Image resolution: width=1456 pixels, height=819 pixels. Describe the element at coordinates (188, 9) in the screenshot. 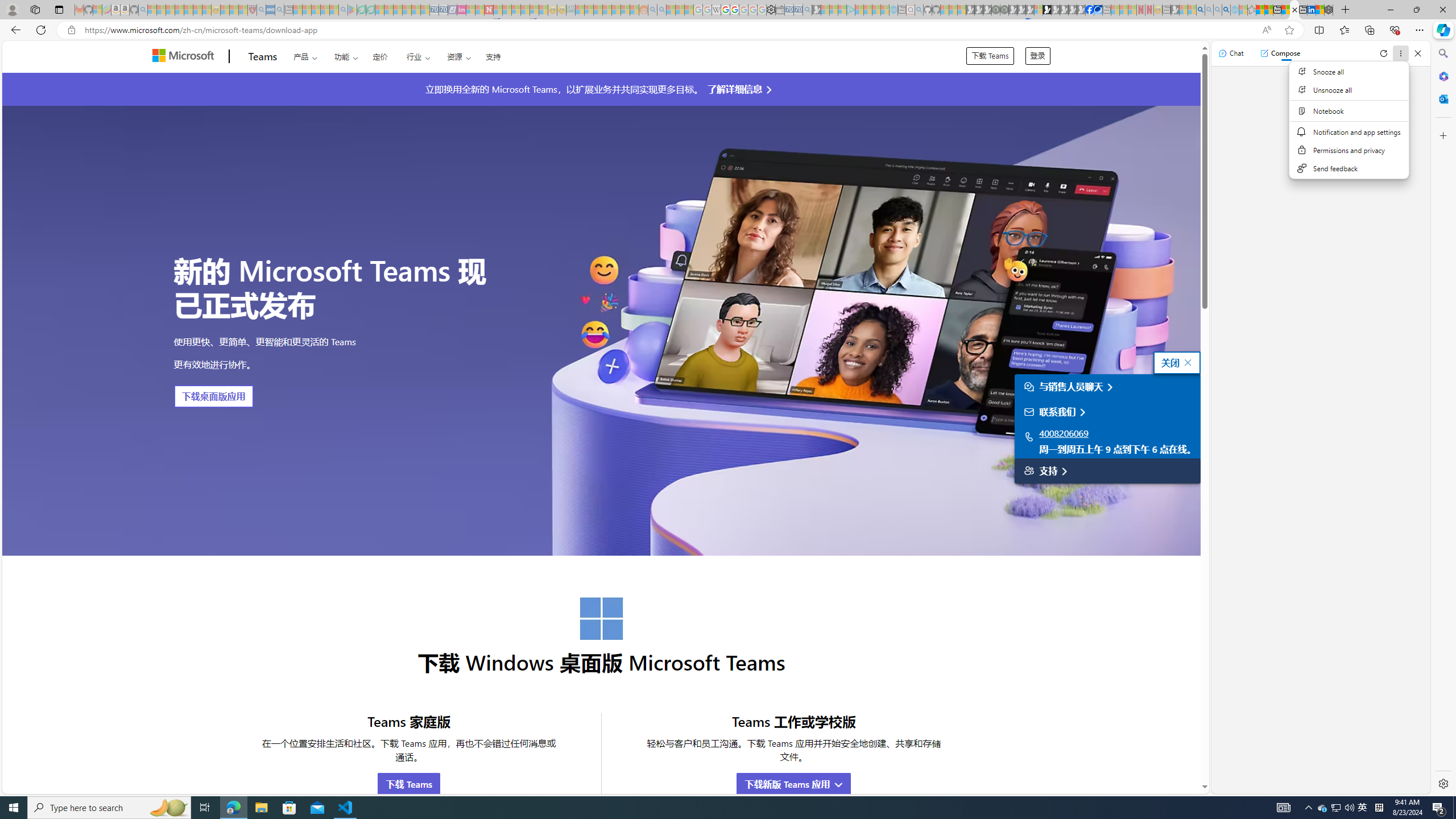

I see `'New Report Confirms 2023 Was Record Hot | Watch - Sleeping'` at that location.